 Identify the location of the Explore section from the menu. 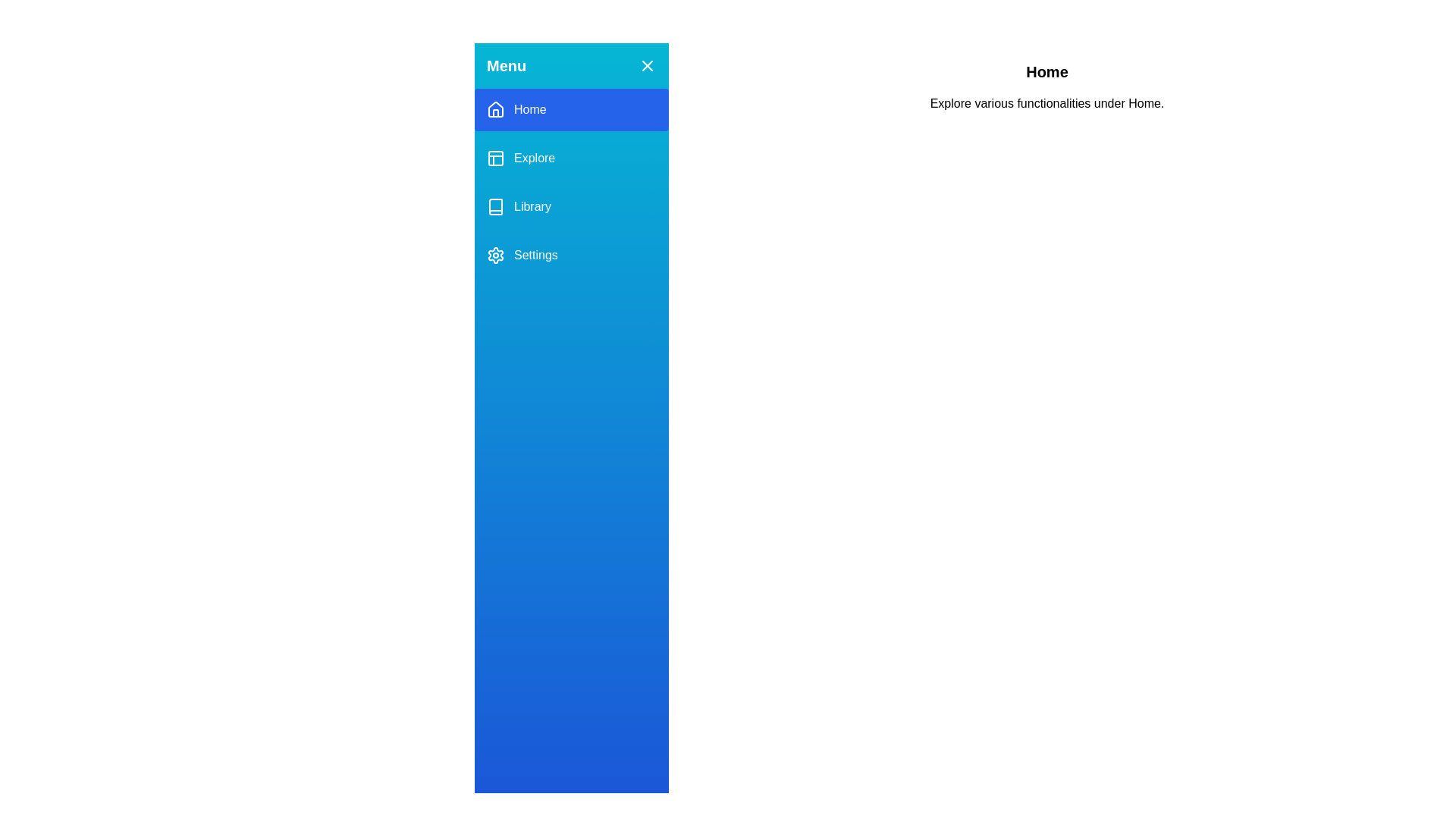
(570, 158).